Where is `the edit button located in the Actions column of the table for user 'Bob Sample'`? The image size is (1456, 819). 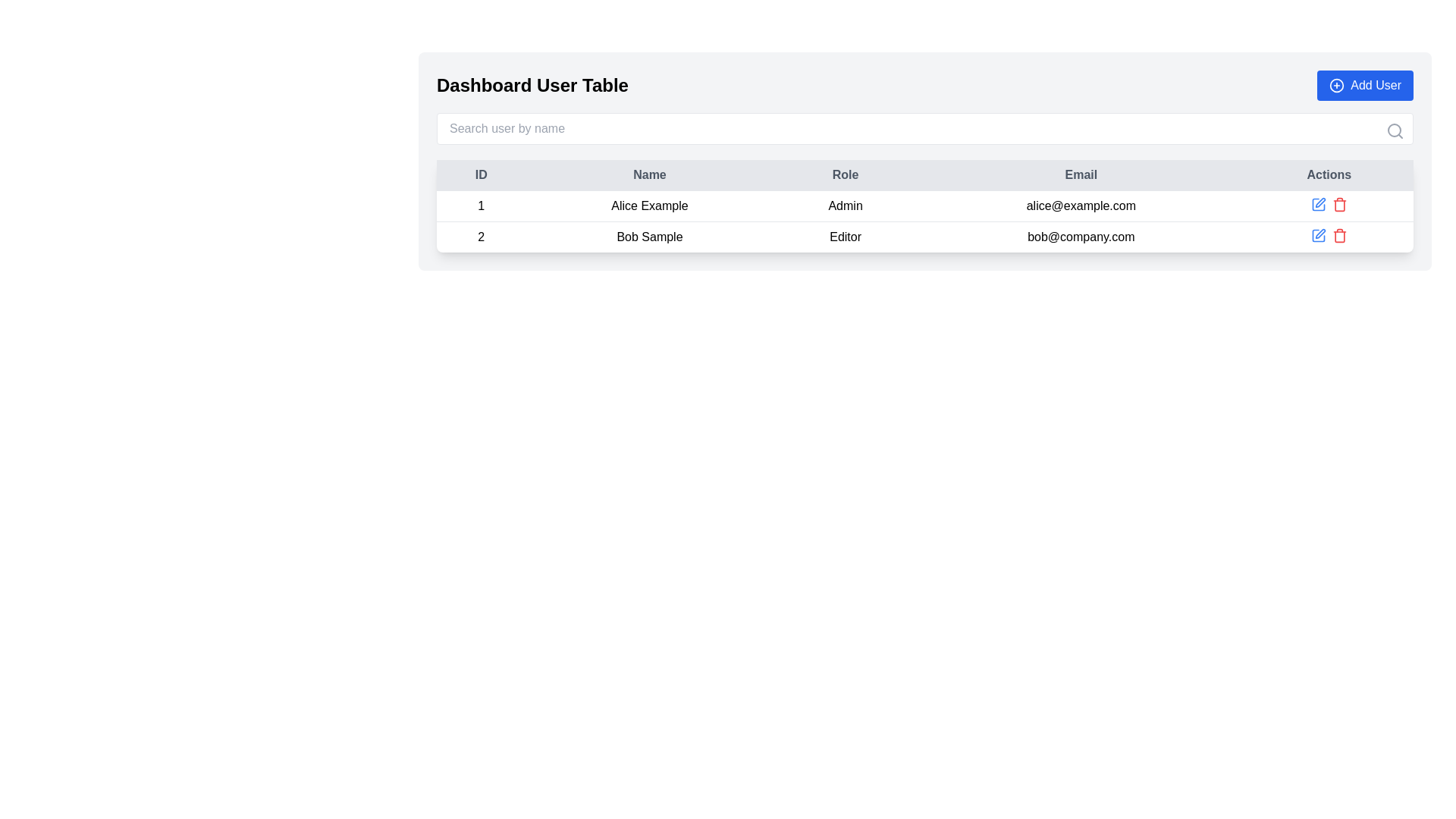 the edit button located in the Actions column of the table for user 'Bob Sample' is located at coordinates (1317, 236).